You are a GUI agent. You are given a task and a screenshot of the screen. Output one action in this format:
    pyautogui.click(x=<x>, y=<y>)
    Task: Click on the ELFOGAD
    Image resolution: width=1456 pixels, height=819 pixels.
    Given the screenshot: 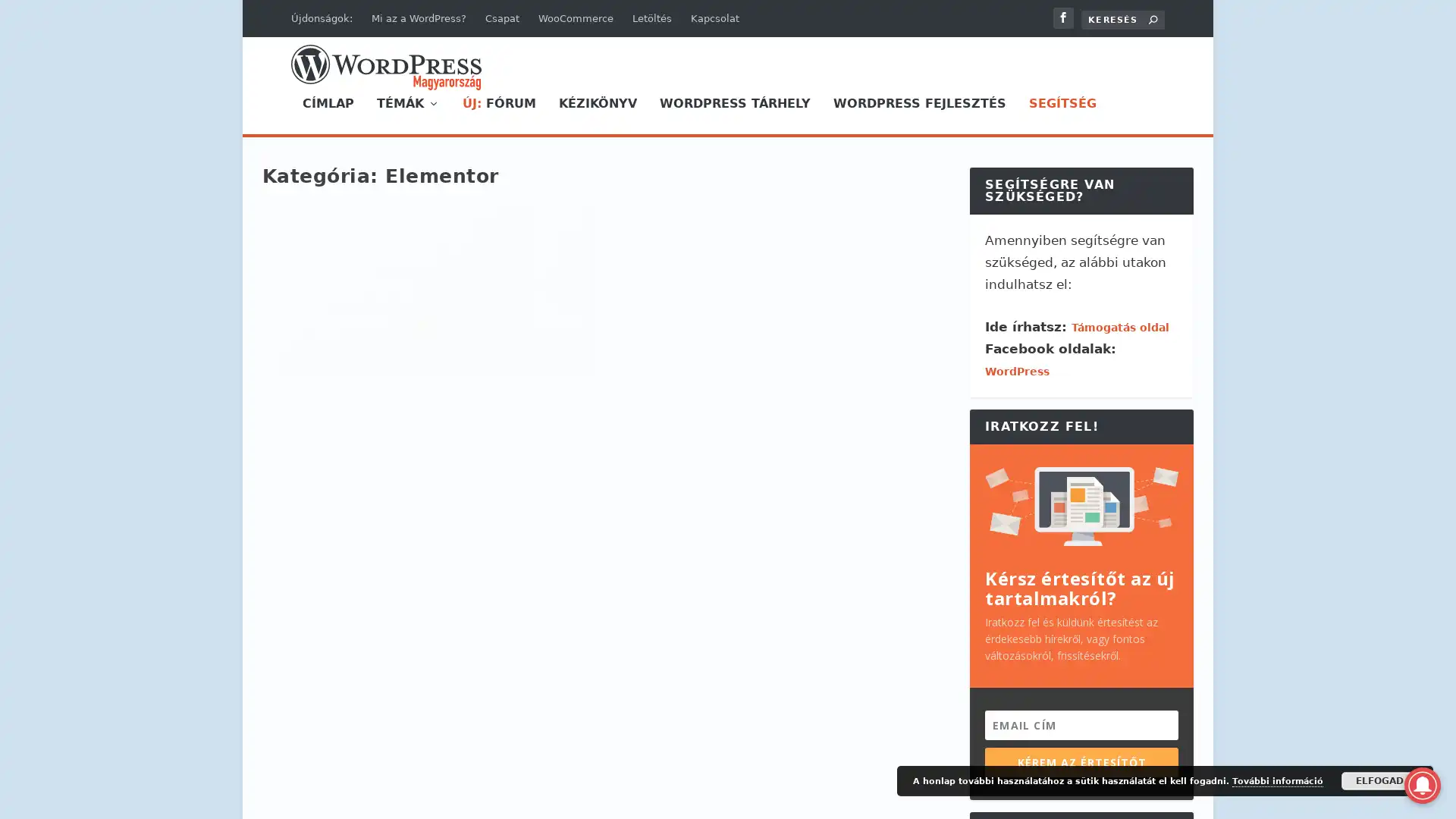 What is the action you would take?
    pyautogui.click(x=1379, y=780)
    